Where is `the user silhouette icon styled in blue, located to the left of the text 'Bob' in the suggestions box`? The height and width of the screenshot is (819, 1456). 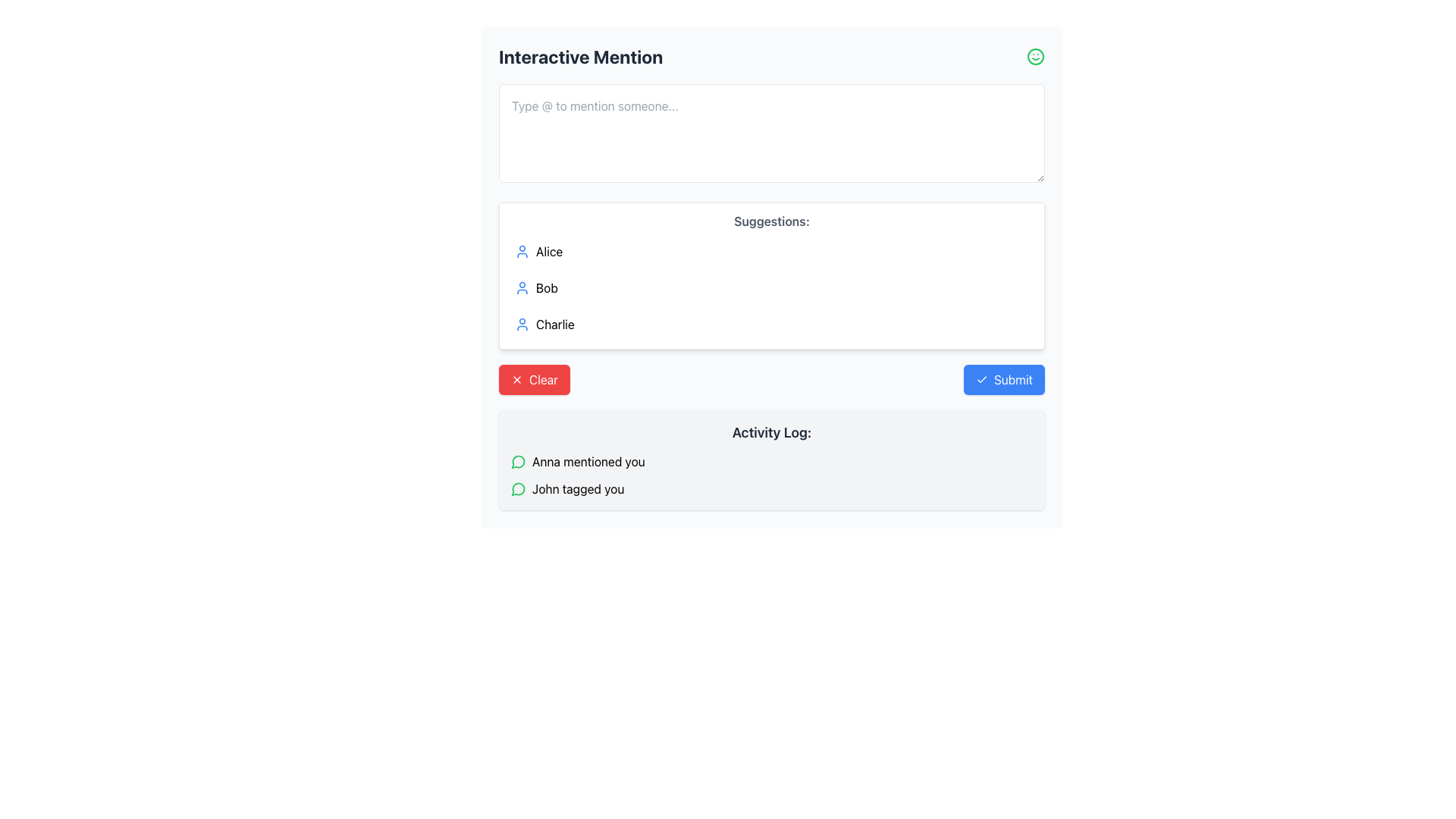 the user silhouette icon styled in blue, located to the left of the text 'Bob' in the suggestions box is located at coordinates (522, 288).